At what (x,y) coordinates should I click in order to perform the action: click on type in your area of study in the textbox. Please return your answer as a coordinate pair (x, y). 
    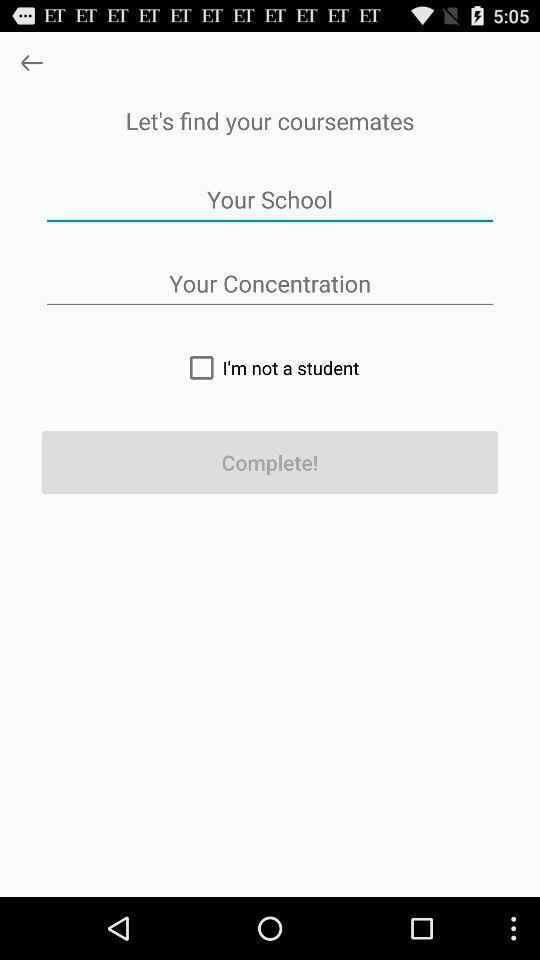
    Looking at the image, I should click on (270, 282).